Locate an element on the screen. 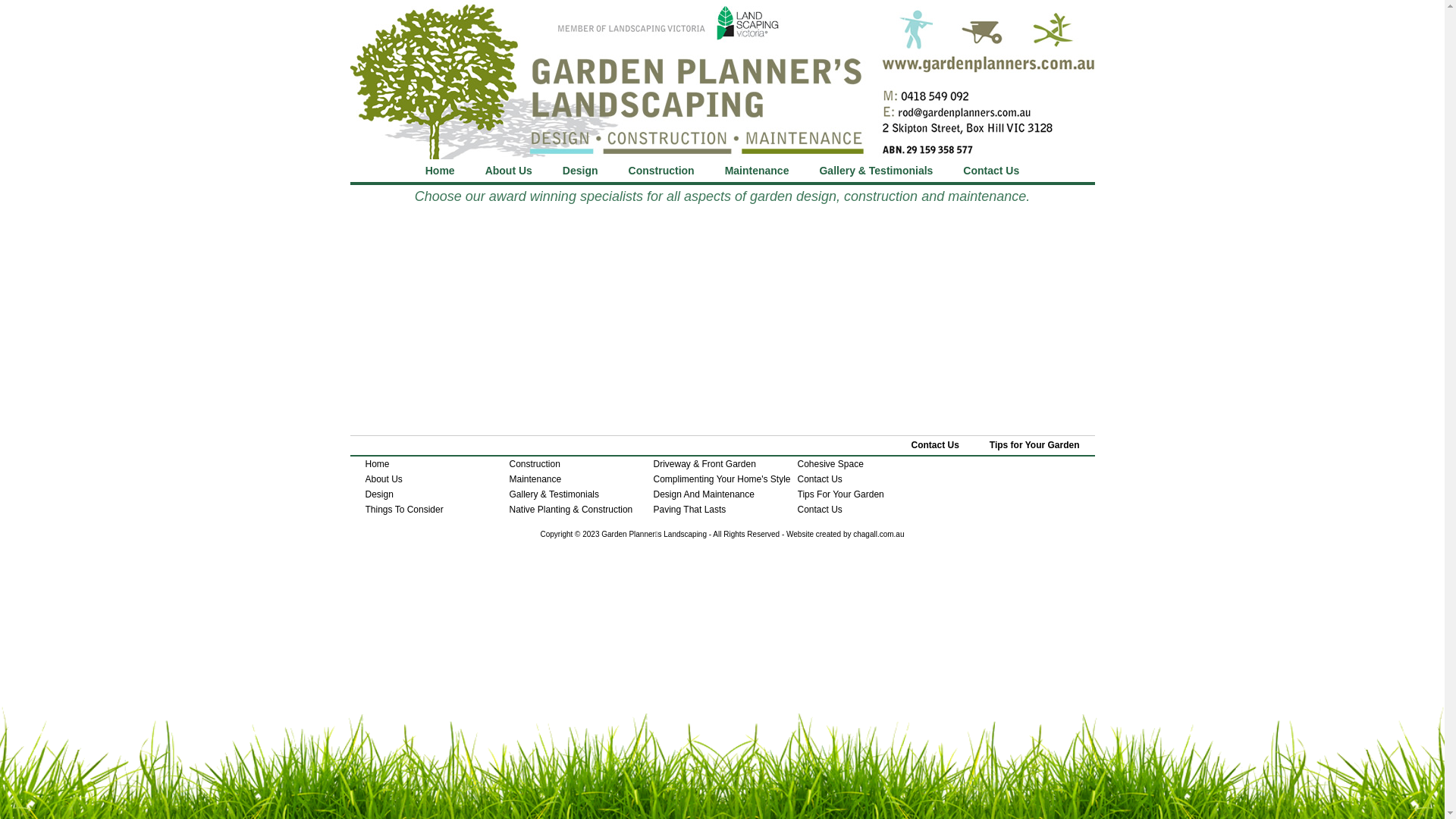  'About Us' is located at coordinates (384, 479).